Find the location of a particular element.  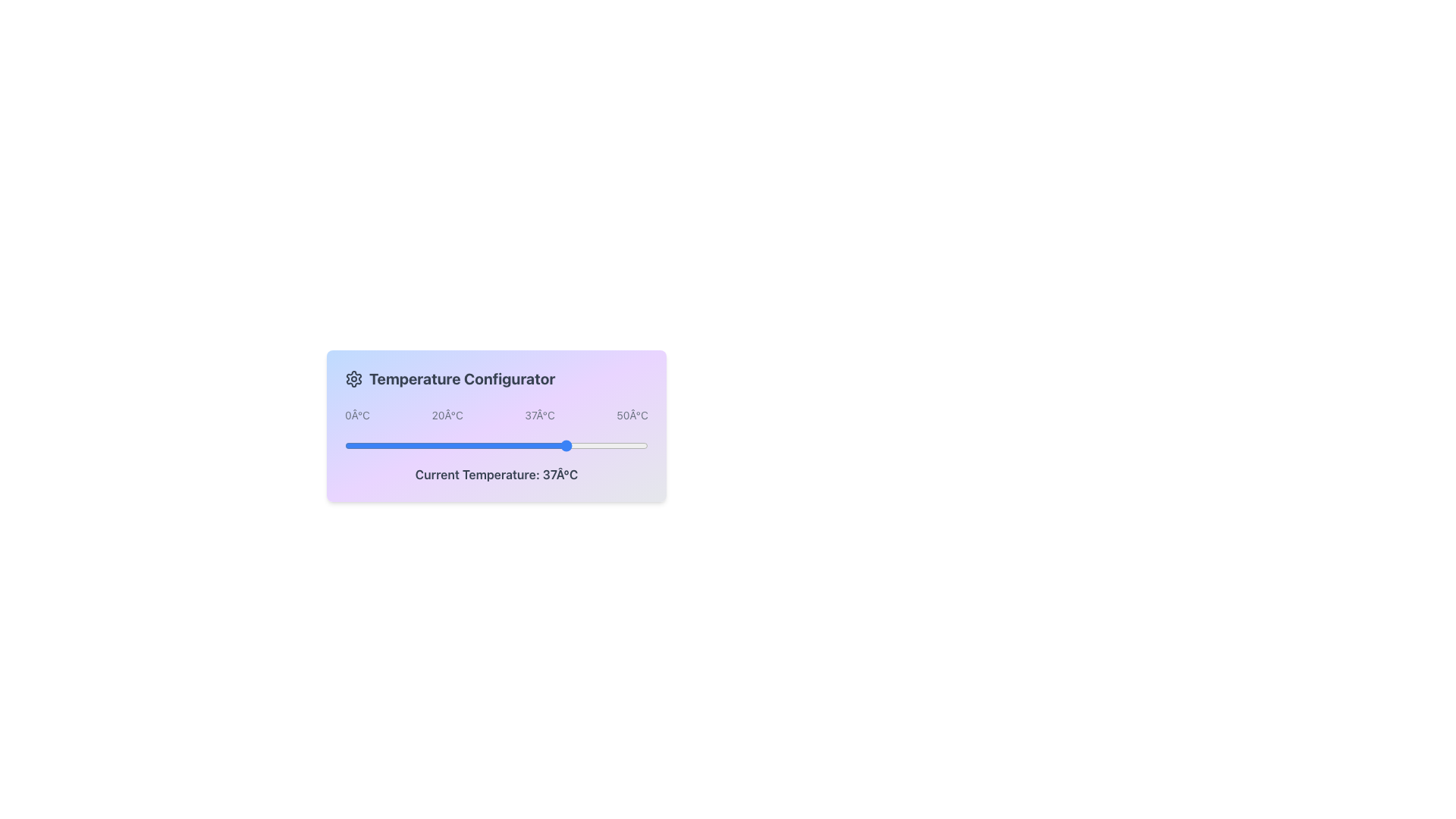

the temperature scale text label set that displays the values '0°C', '20°C', '37°C', and '50°C', which is located above the range slider and below the 'Temperature Configurator' header is located at coordinates (496, 415).